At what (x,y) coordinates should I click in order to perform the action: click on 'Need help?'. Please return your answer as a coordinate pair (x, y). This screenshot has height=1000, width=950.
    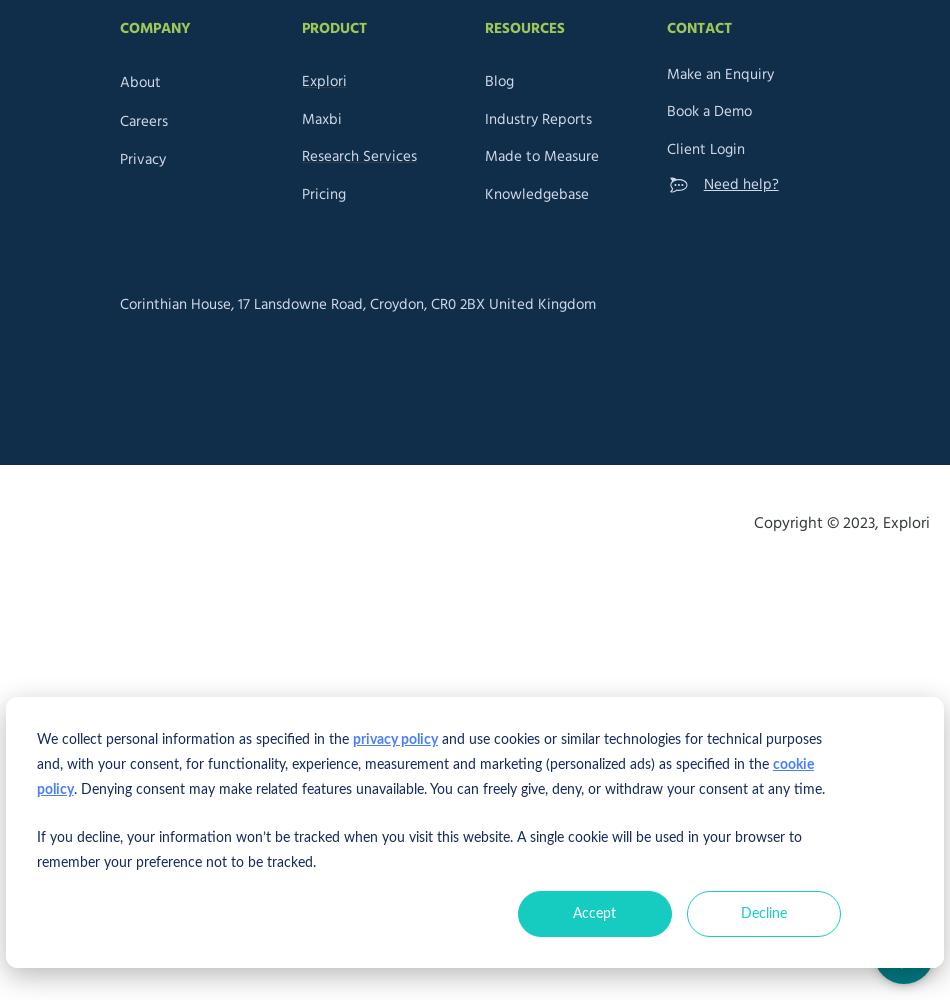
    Looking at the image, I should click on (739, 184).